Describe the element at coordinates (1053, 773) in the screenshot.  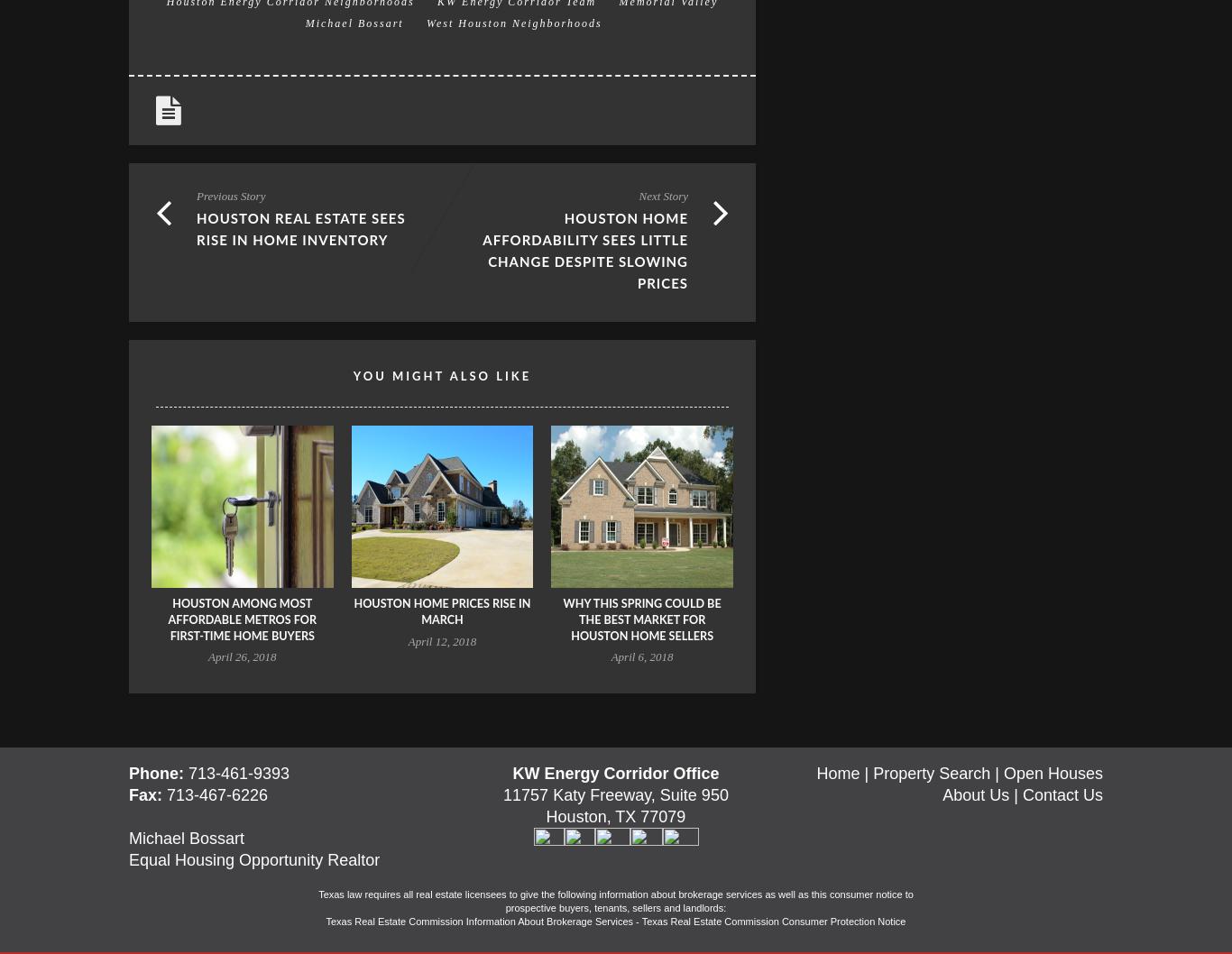
I see `'Open Houses'` at that location.